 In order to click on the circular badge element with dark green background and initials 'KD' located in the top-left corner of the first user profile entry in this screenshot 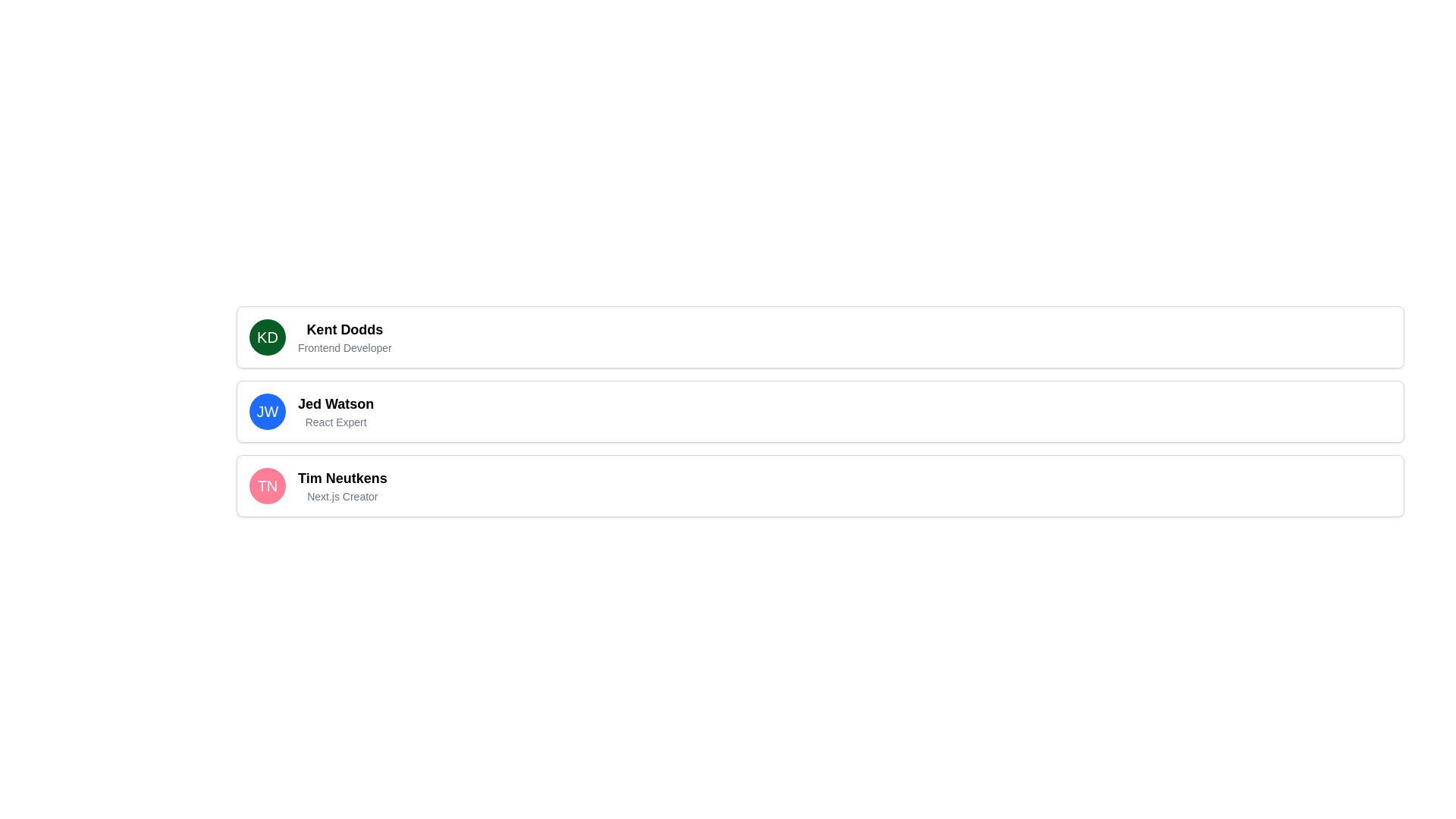, I will do `click(268, 336)`.